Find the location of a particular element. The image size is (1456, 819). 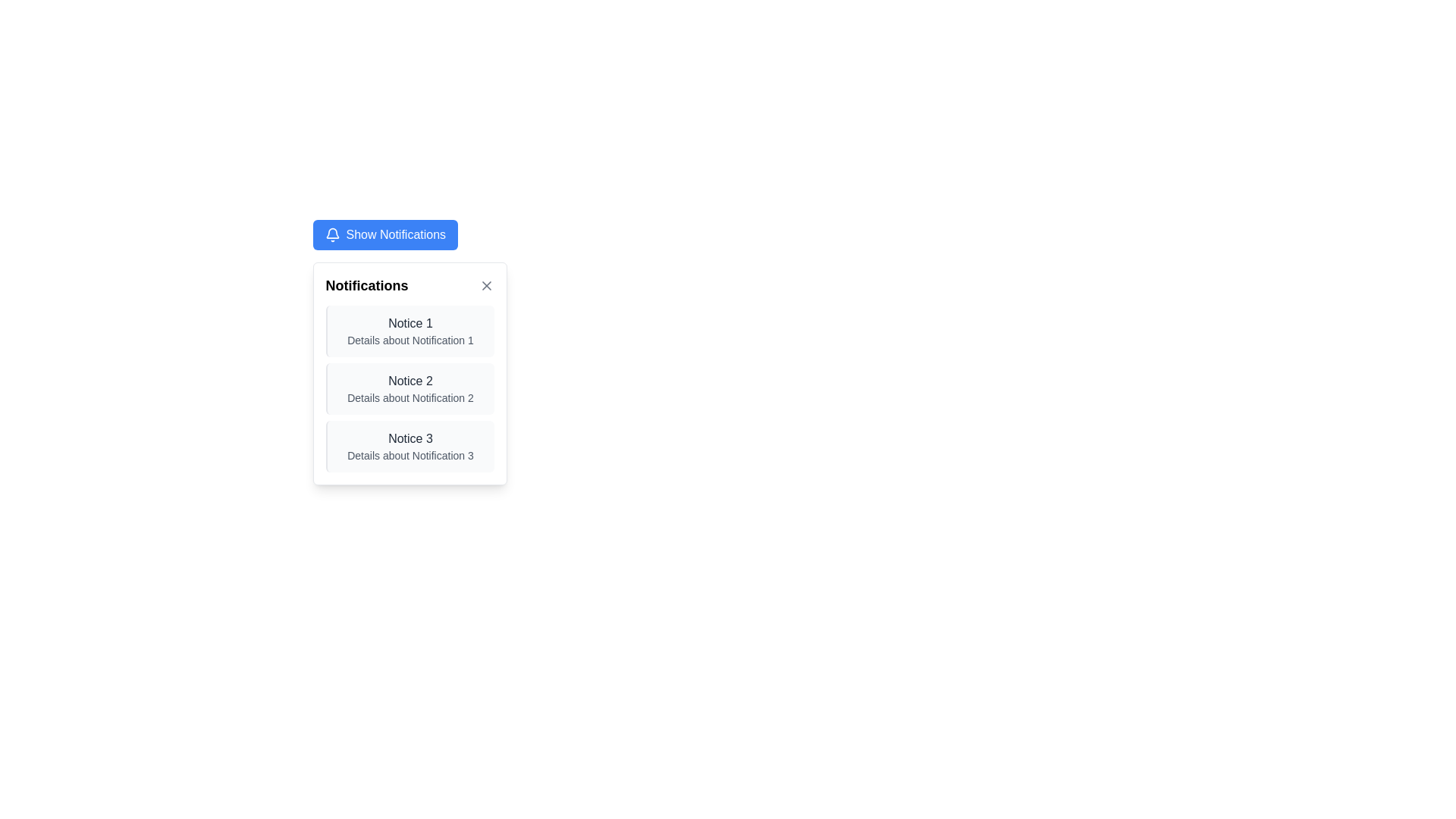

the Notification card labeled 'Notice 3', which is the third card in a vertically stacked list of notifications is located at coordinates (409, 446).